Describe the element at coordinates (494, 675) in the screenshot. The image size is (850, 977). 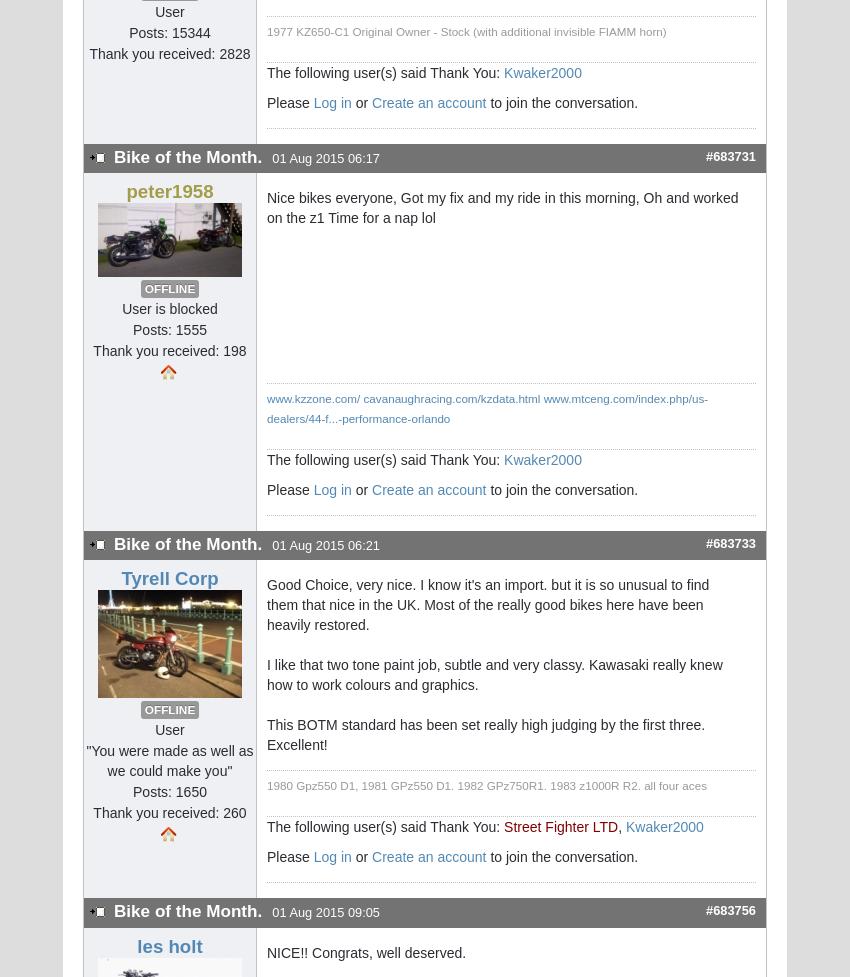
I see `'I like that two tone paint job,   subtle and very classy. Kawasaki really knew how to work colours and graphics.'` at that location.